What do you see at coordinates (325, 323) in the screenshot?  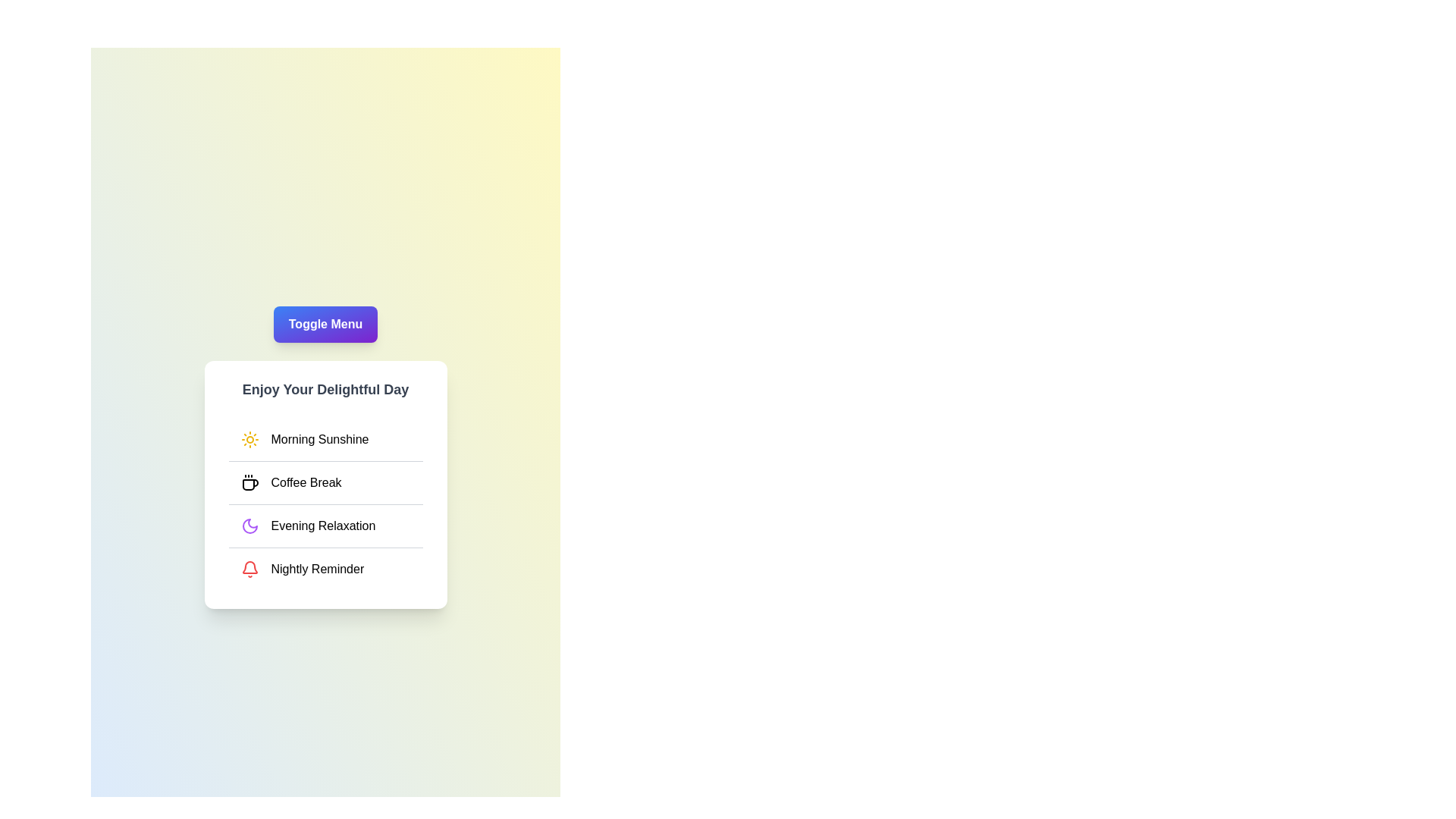 I see `the 'Toggle Menu' button to toggle the menu visibility` at bounding box center [325, 323].